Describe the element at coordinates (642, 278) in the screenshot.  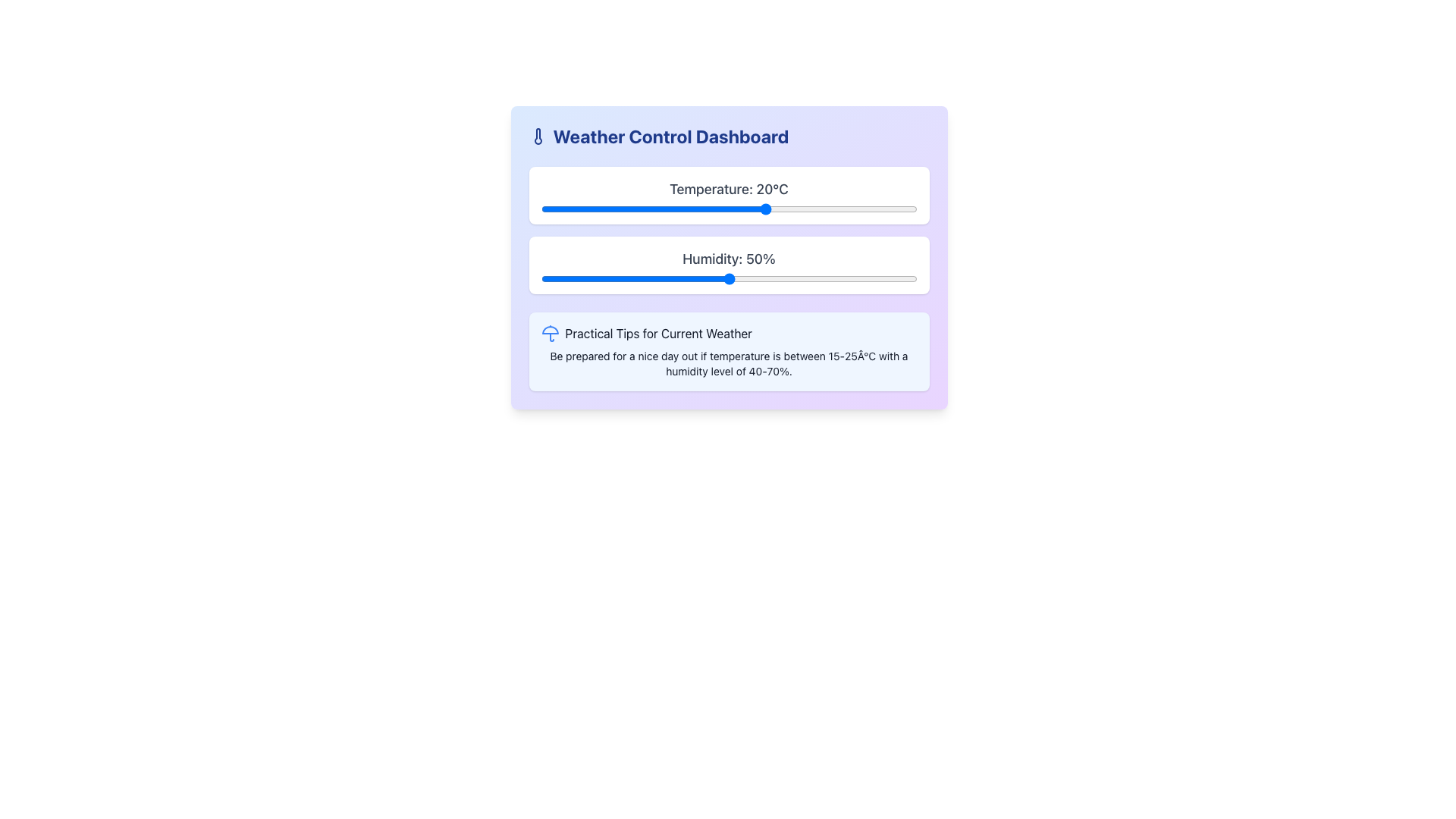
I see `the humidity` at that location.